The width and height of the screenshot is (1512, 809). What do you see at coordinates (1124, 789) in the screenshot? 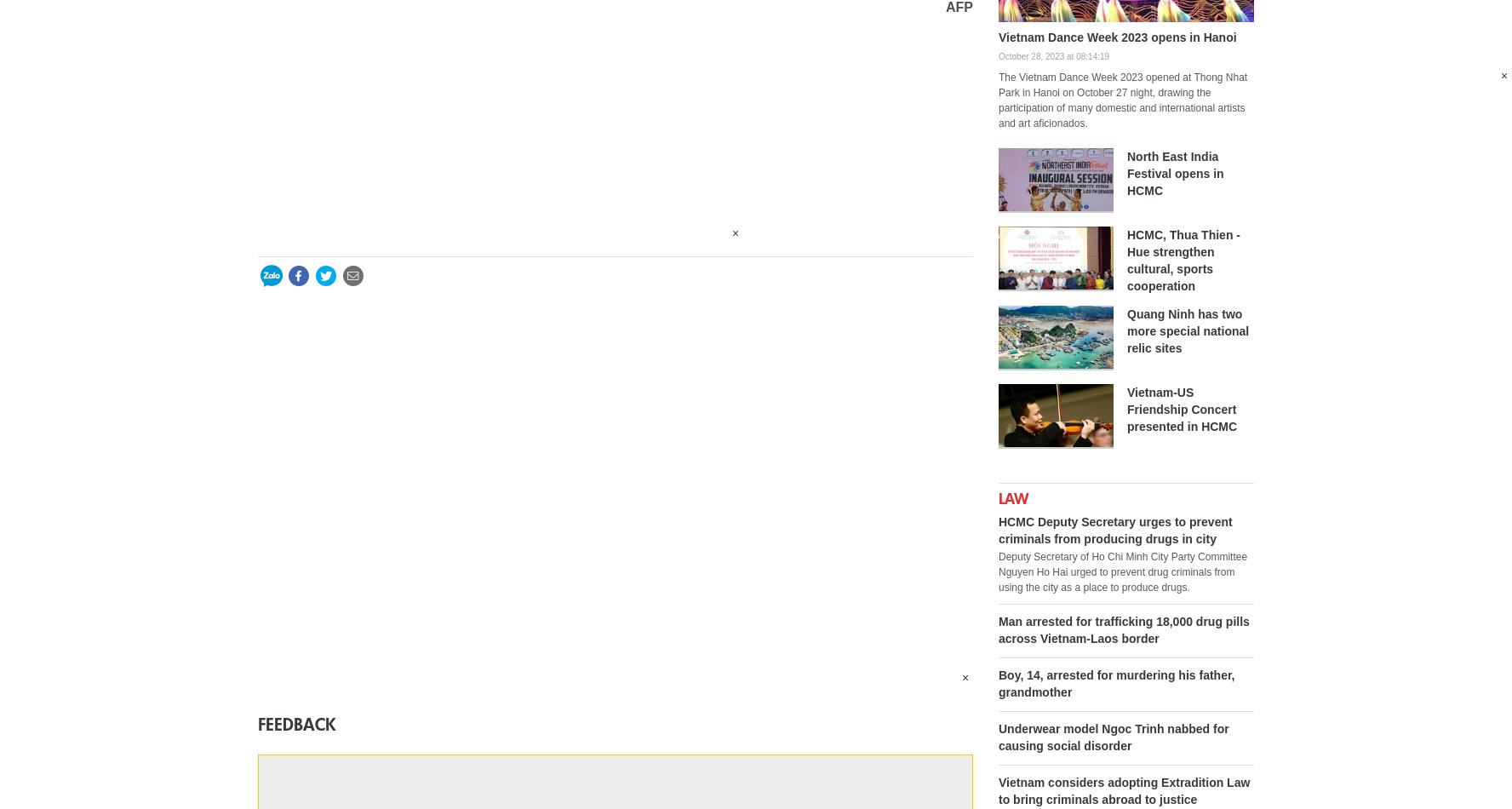
I see `'Vietnam considers adopting Extradition Law to bring criminals abroad to justice'` at bounding box center [1124, 789].